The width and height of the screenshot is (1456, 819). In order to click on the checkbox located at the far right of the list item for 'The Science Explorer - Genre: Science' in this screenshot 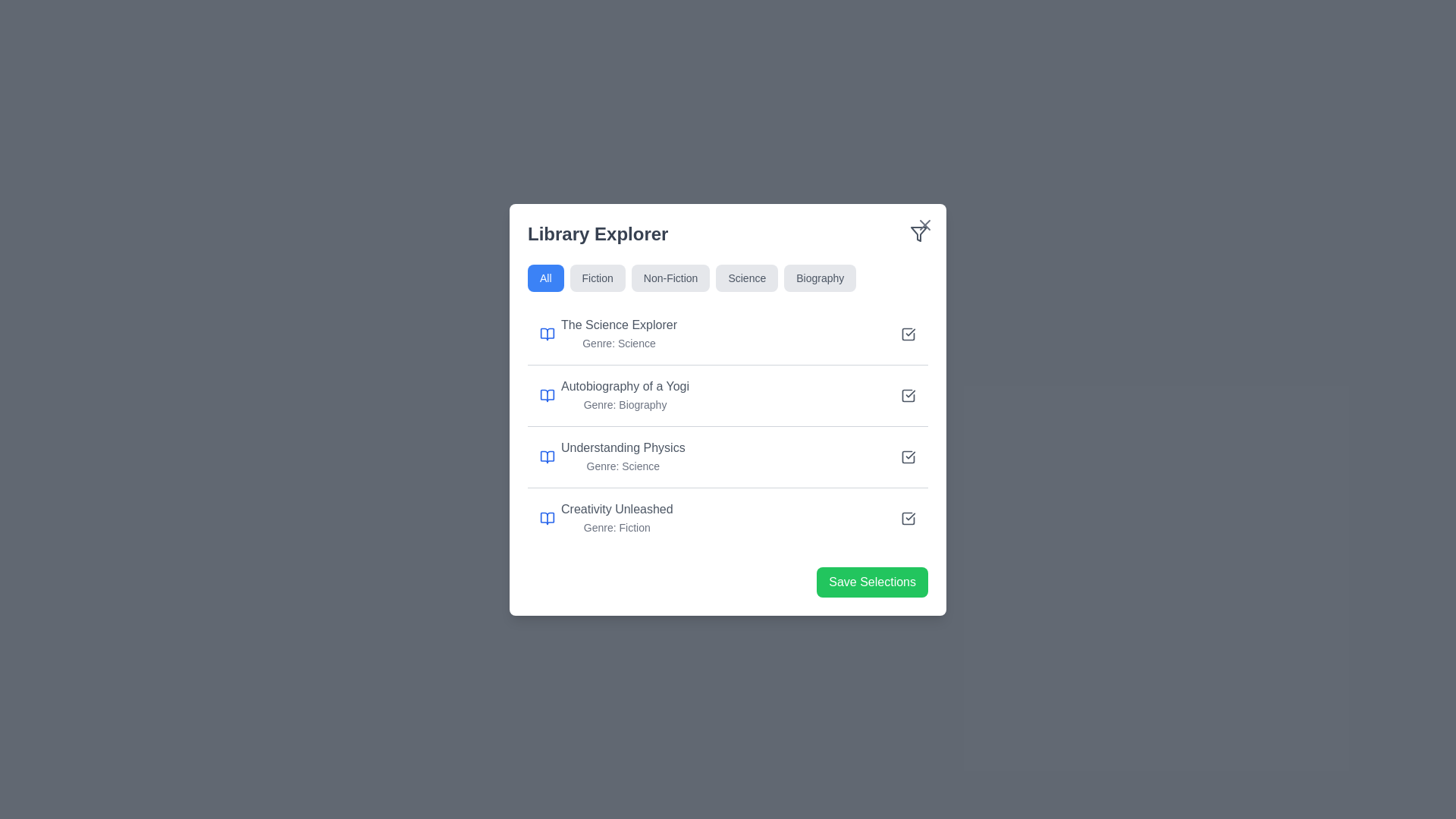, I will do `click(908, 333)`.